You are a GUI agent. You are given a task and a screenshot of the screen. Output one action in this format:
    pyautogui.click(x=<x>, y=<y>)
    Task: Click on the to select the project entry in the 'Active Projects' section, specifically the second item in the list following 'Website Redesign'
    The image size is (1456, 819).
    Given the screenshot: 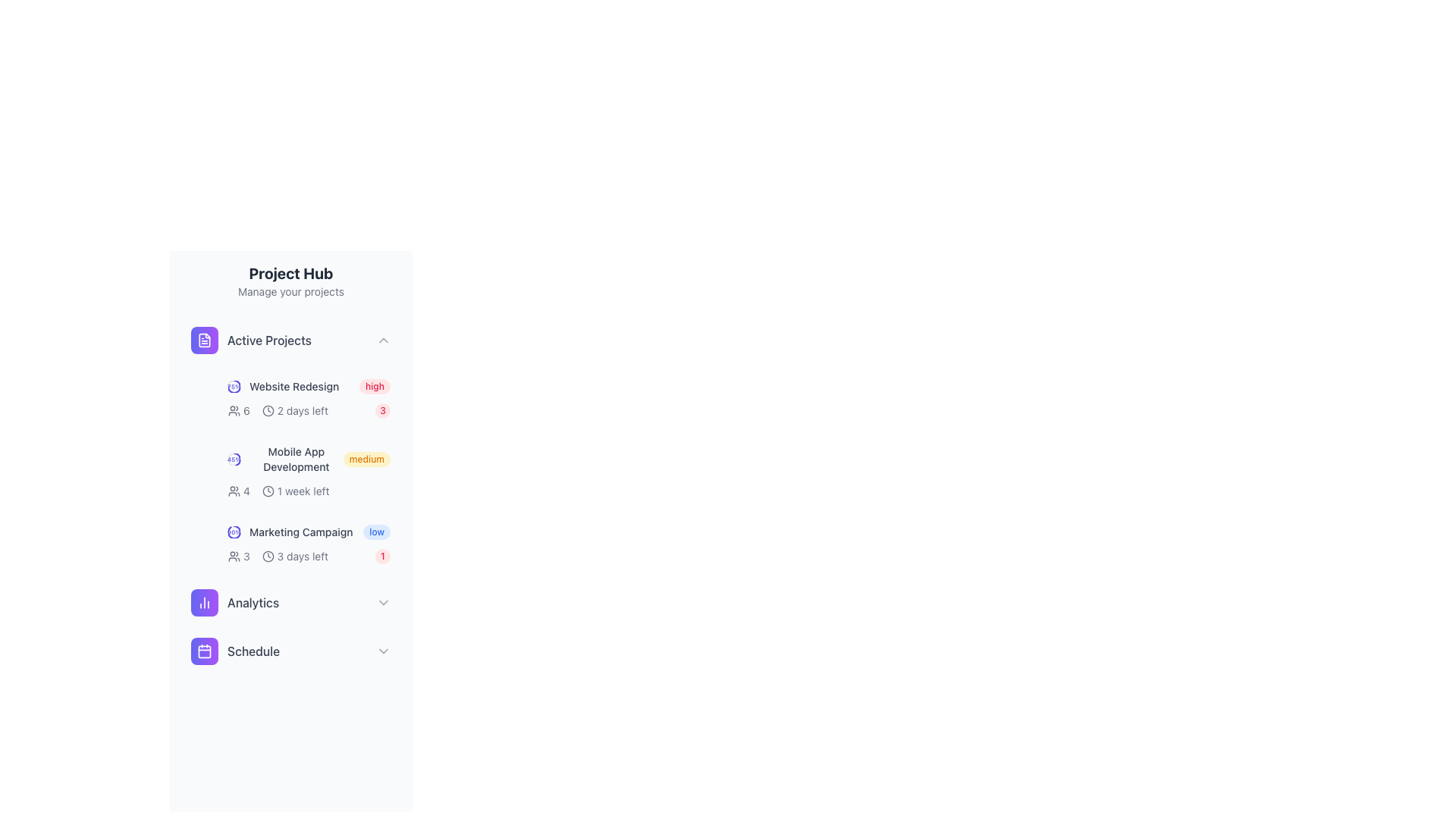 What is the action you would take?
    pyautogui.click(x=309, y=458)
    